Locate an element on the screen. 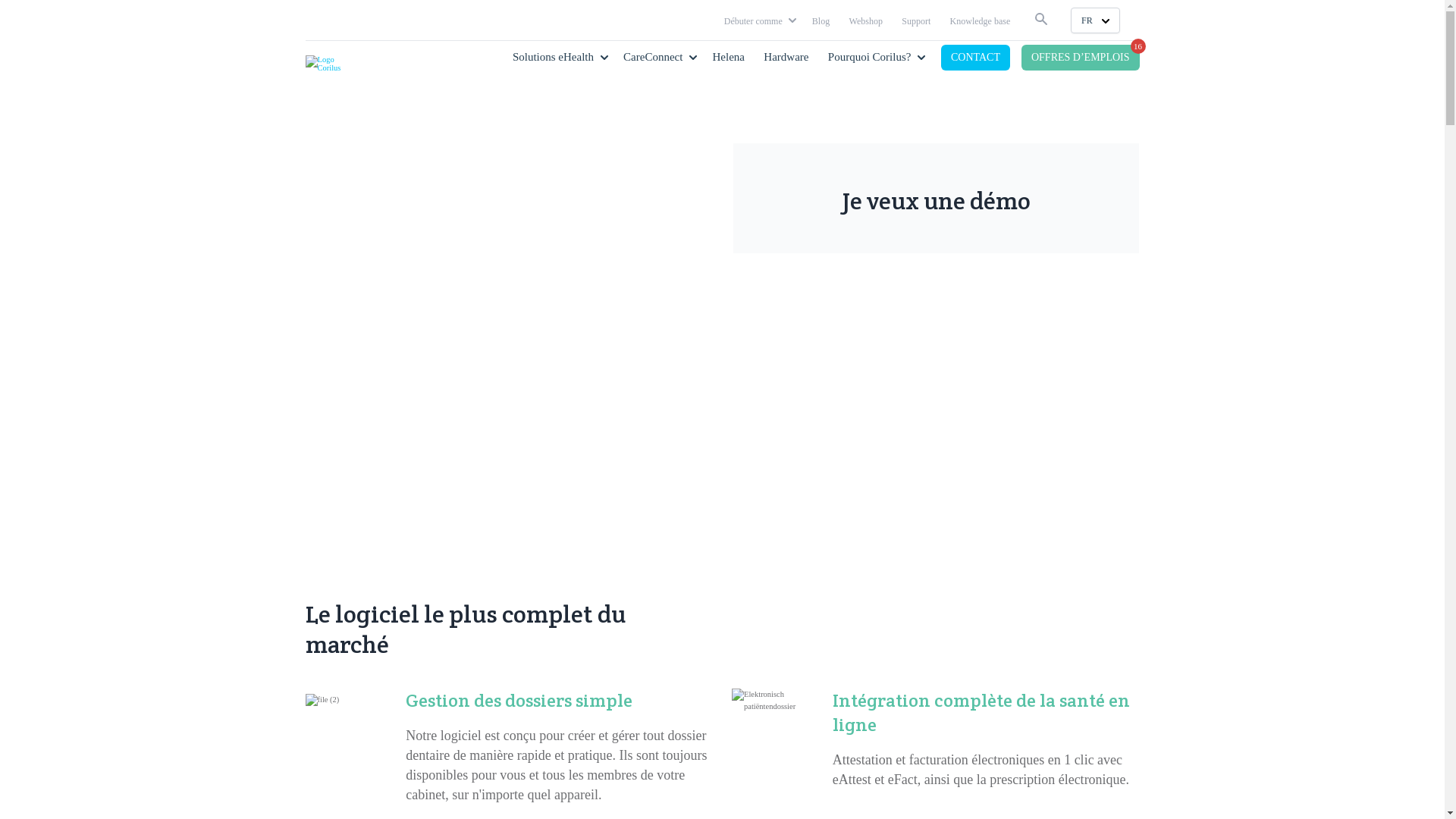  'CareConnect' is located at coordinates (623, 55).